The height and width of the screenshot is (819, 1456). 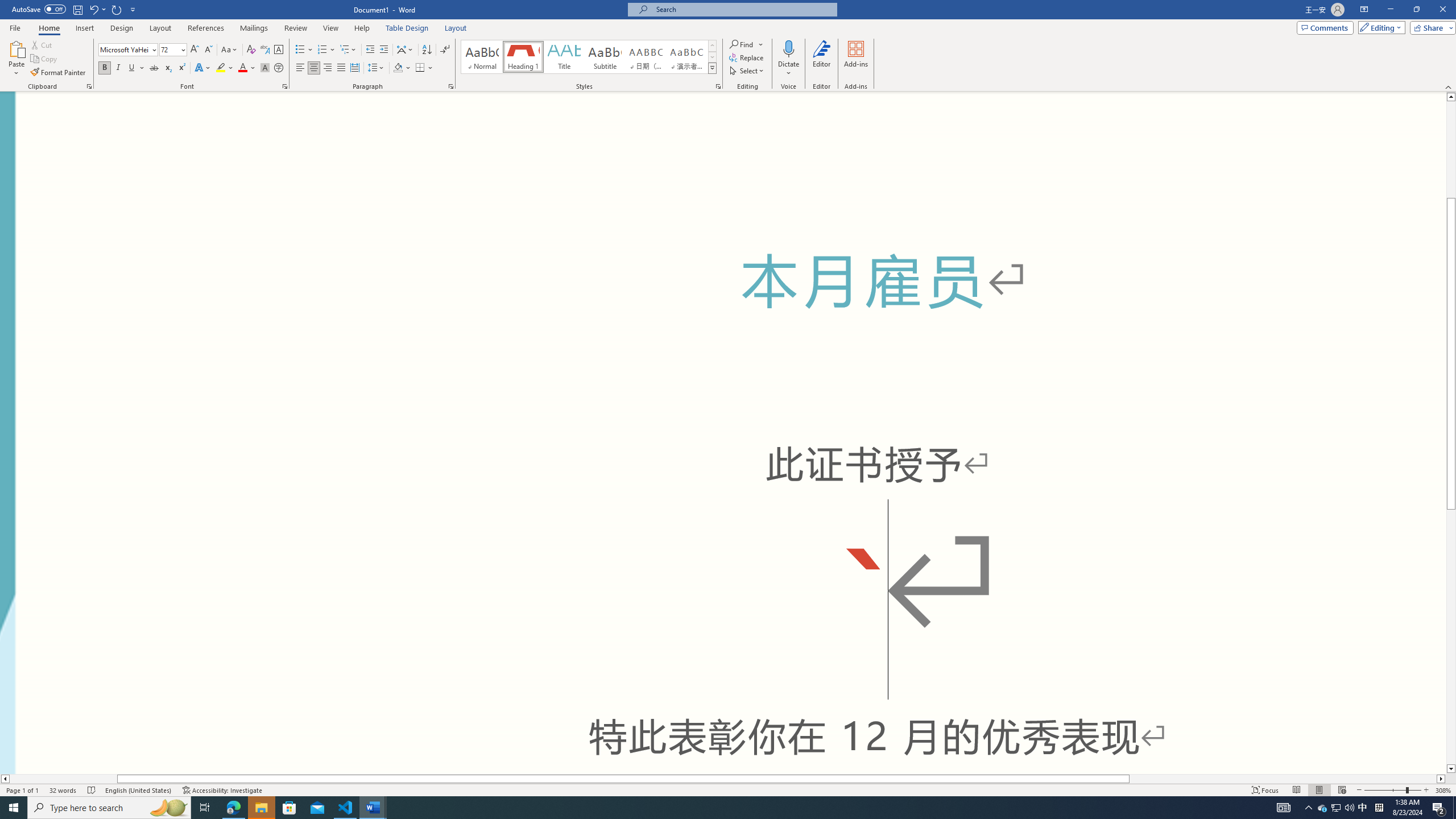 What do you see at coordinates (723, 433) in the screenshot?
I see `'Page 1 content'` at bounding box center [723, 433].